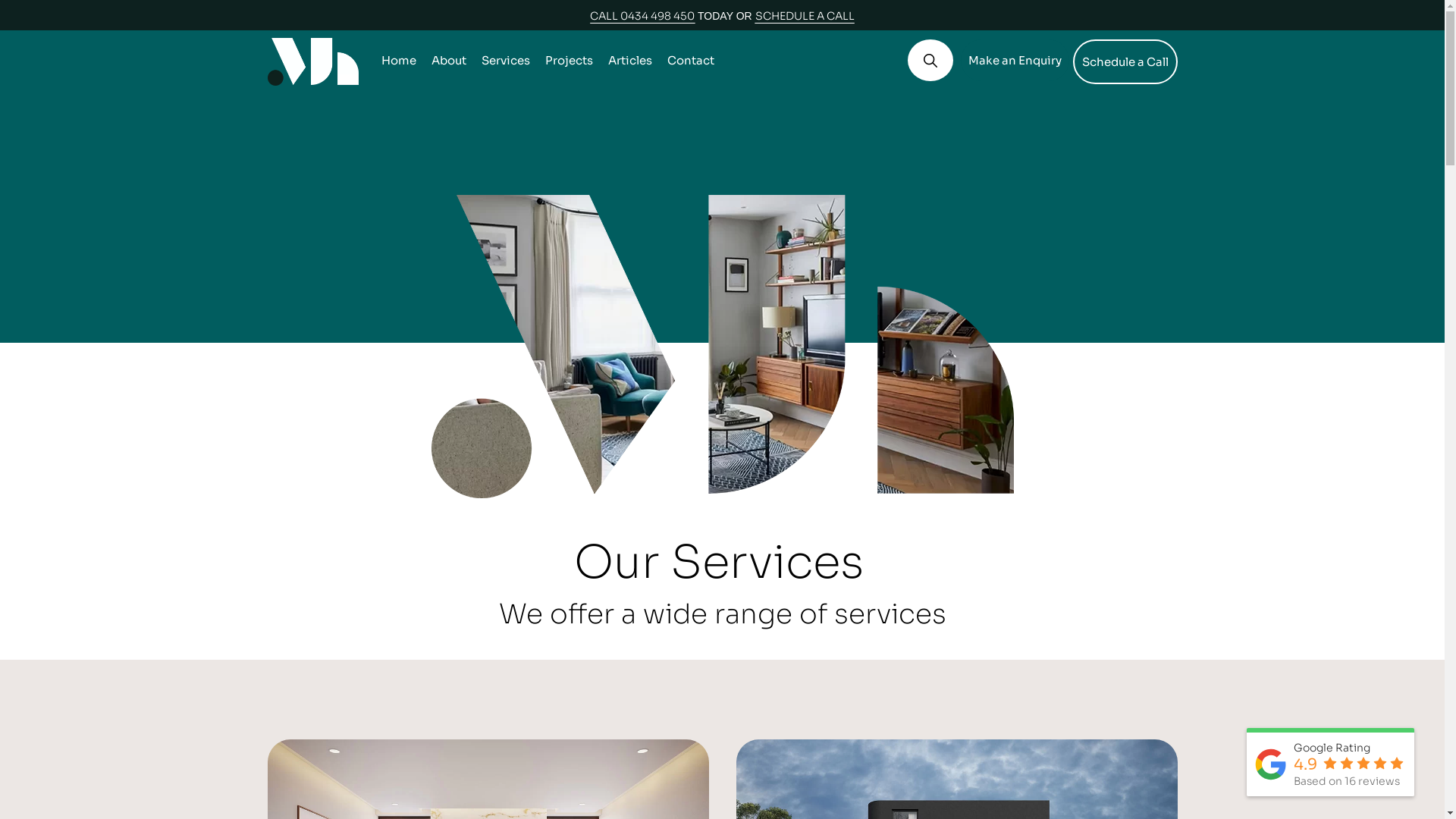 This screenshot has width=1456, height=819. I want to click on 'Show Search', so click(928, 59).